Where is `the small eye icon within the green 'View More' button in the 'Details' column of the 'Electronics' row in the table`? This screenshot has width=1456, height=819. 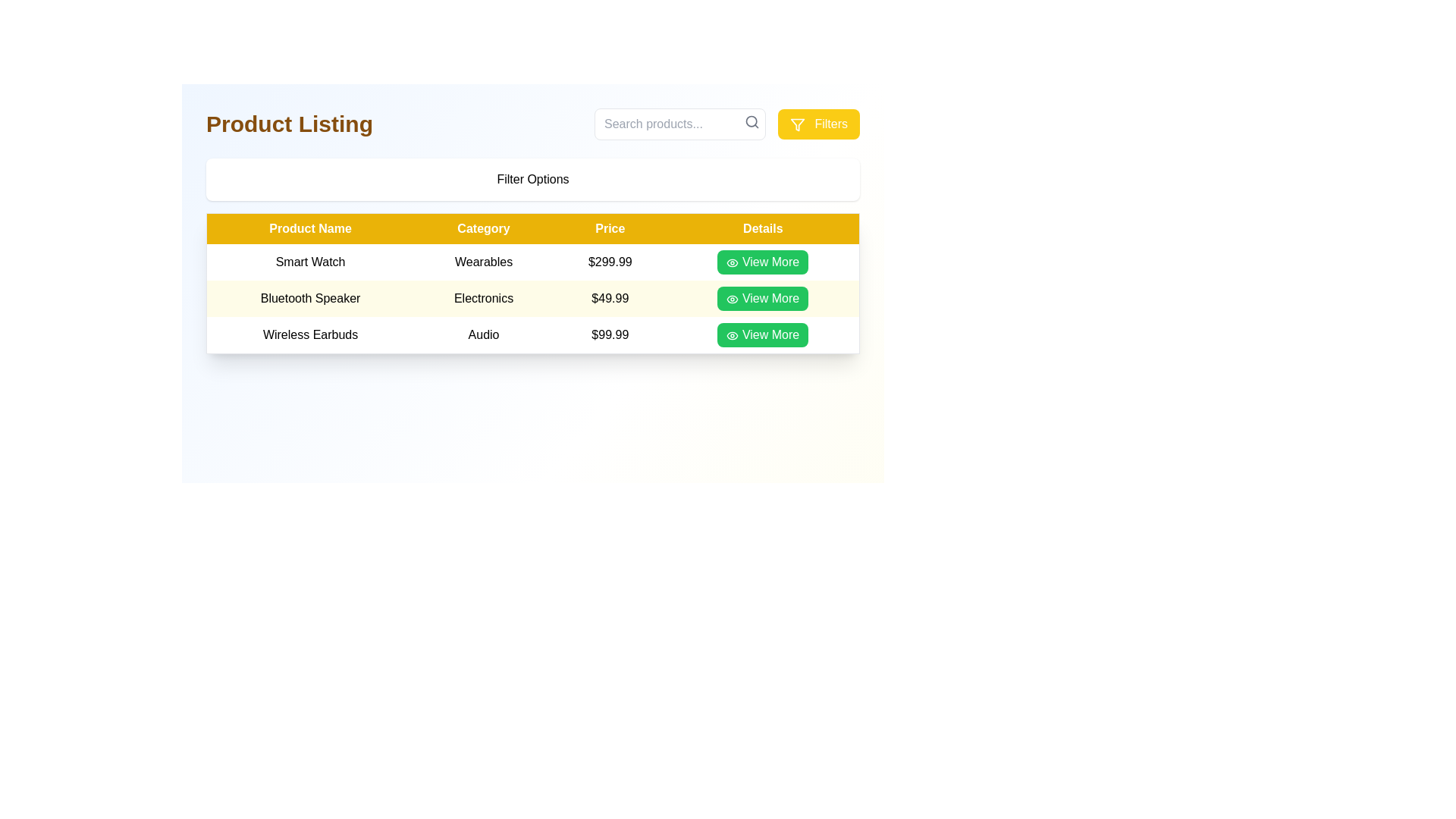
the small eye icon within the green 'View More' button in the 'Details' column of the 'Electronics' row in the table is located at coordinates (733, 299).